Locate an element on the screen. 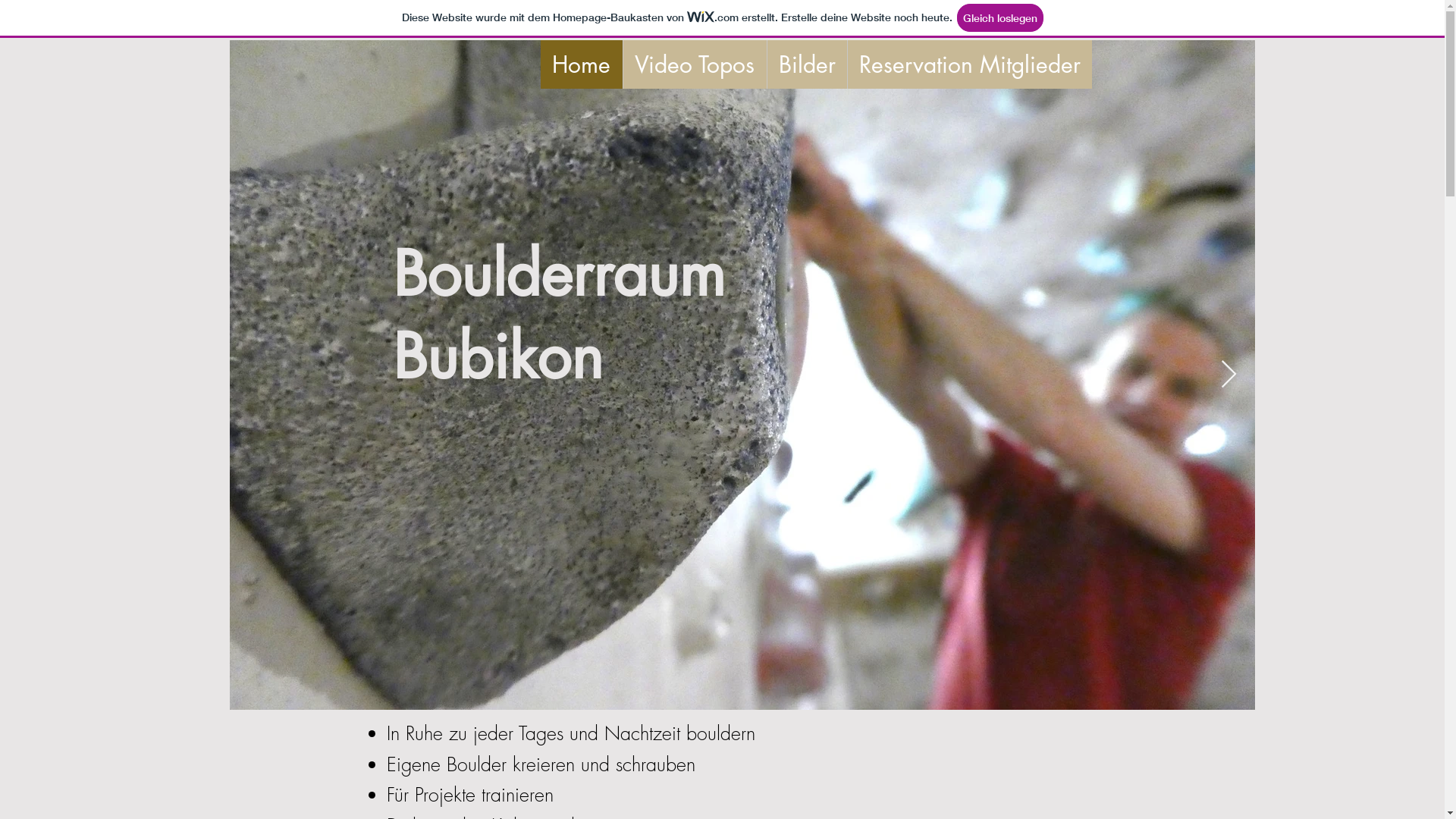 Image resolution: width=1456 pixels, height=819 pixels. 'Video Topos' is located at coordinates (693, 63).